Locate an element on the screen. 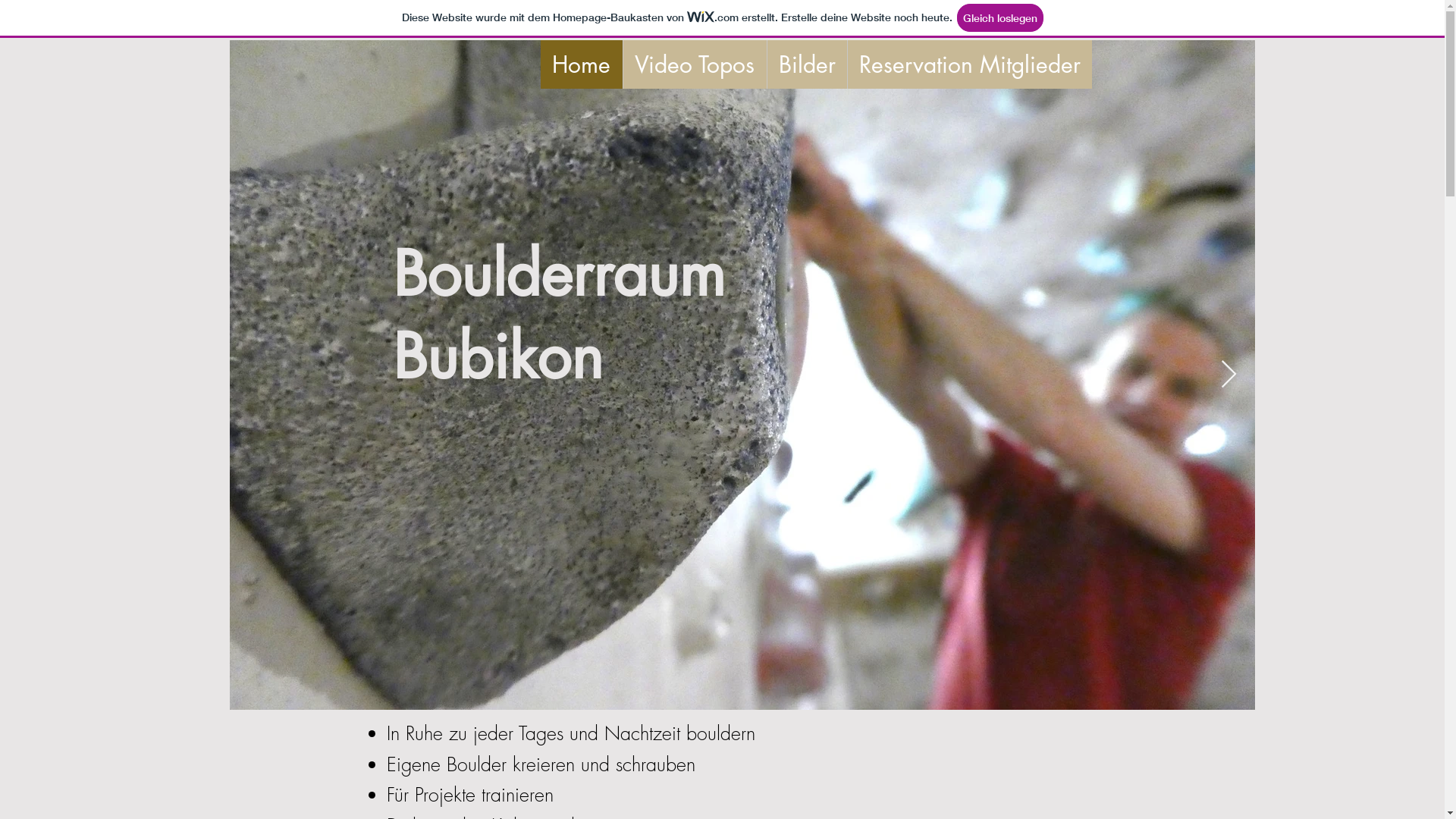 Image resolution: width=1456 pixels, height=819 pixels. 'Video Topos' is located at coordinates (693, 63).